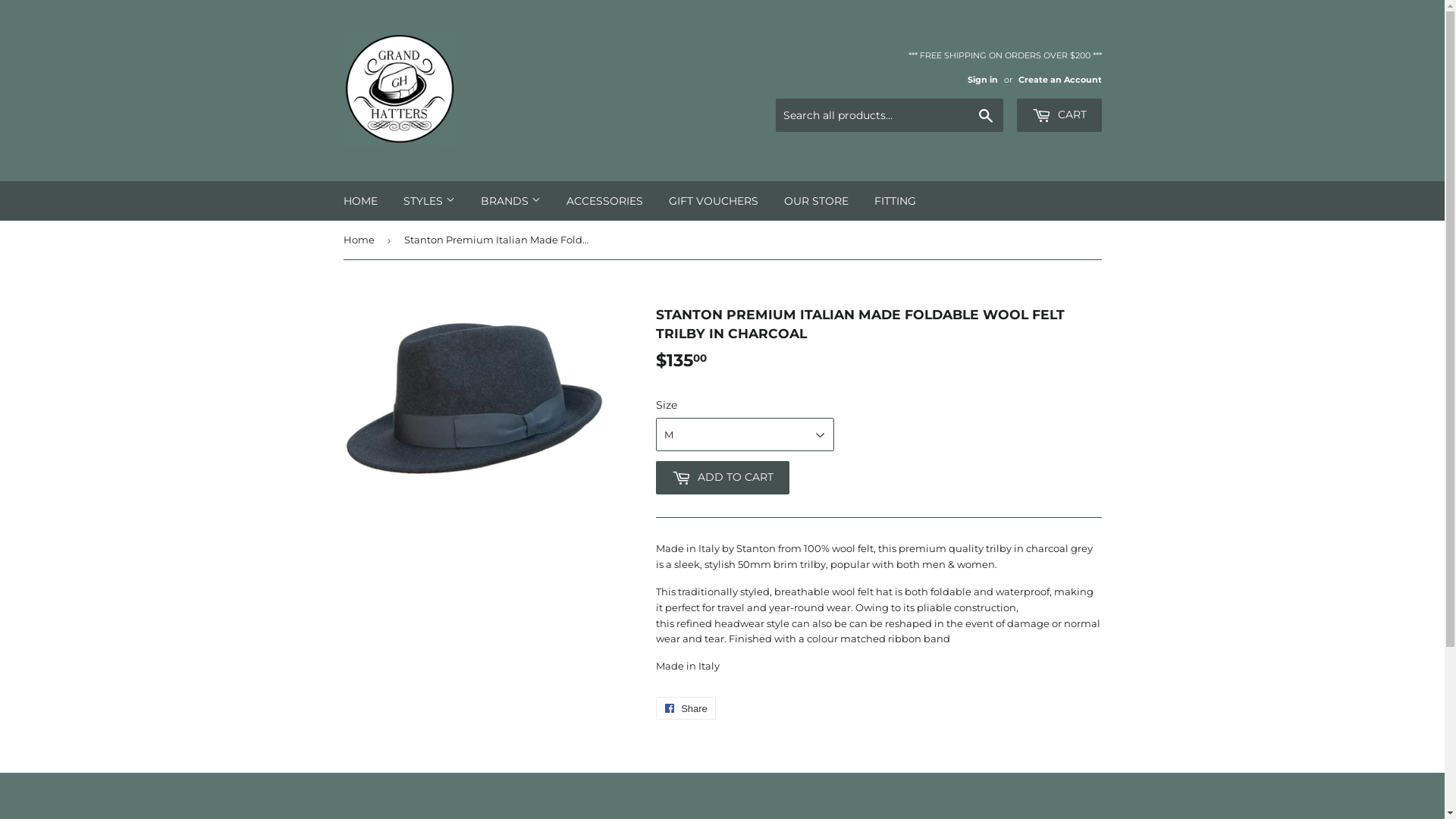 Image resolution: width=1456 pixels, height=819 pixels. Describe the element at coordinates (359, 239) in the screenshot. I see `'Home'` at that location.